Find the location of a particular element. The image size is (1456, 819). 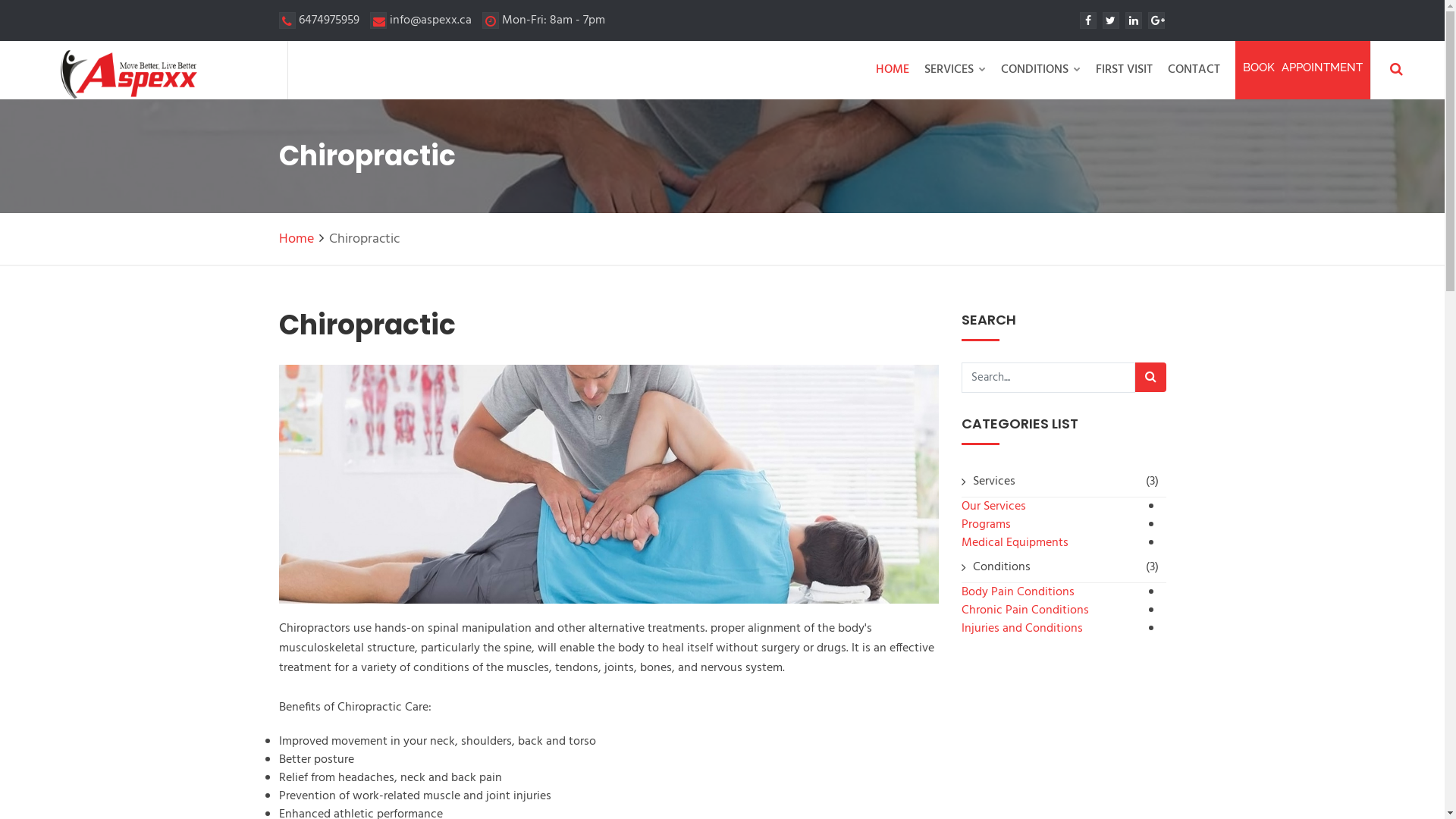

'6474975959' is located at coordinates (318, 20).